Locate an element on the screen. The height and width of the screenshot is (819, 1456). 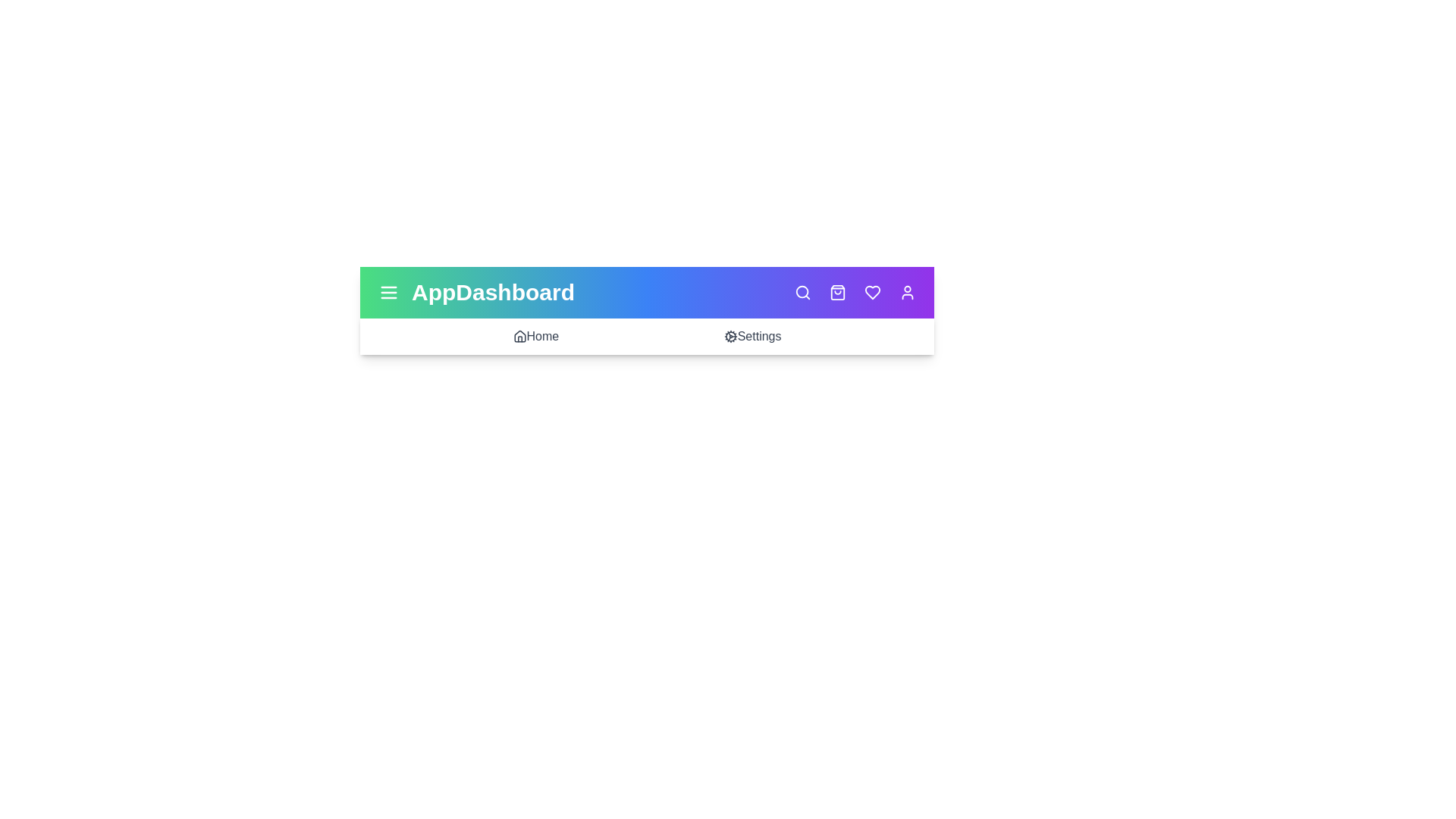
the shopping bag icon to open the shopping bag section is located at coordinates (836, 292).